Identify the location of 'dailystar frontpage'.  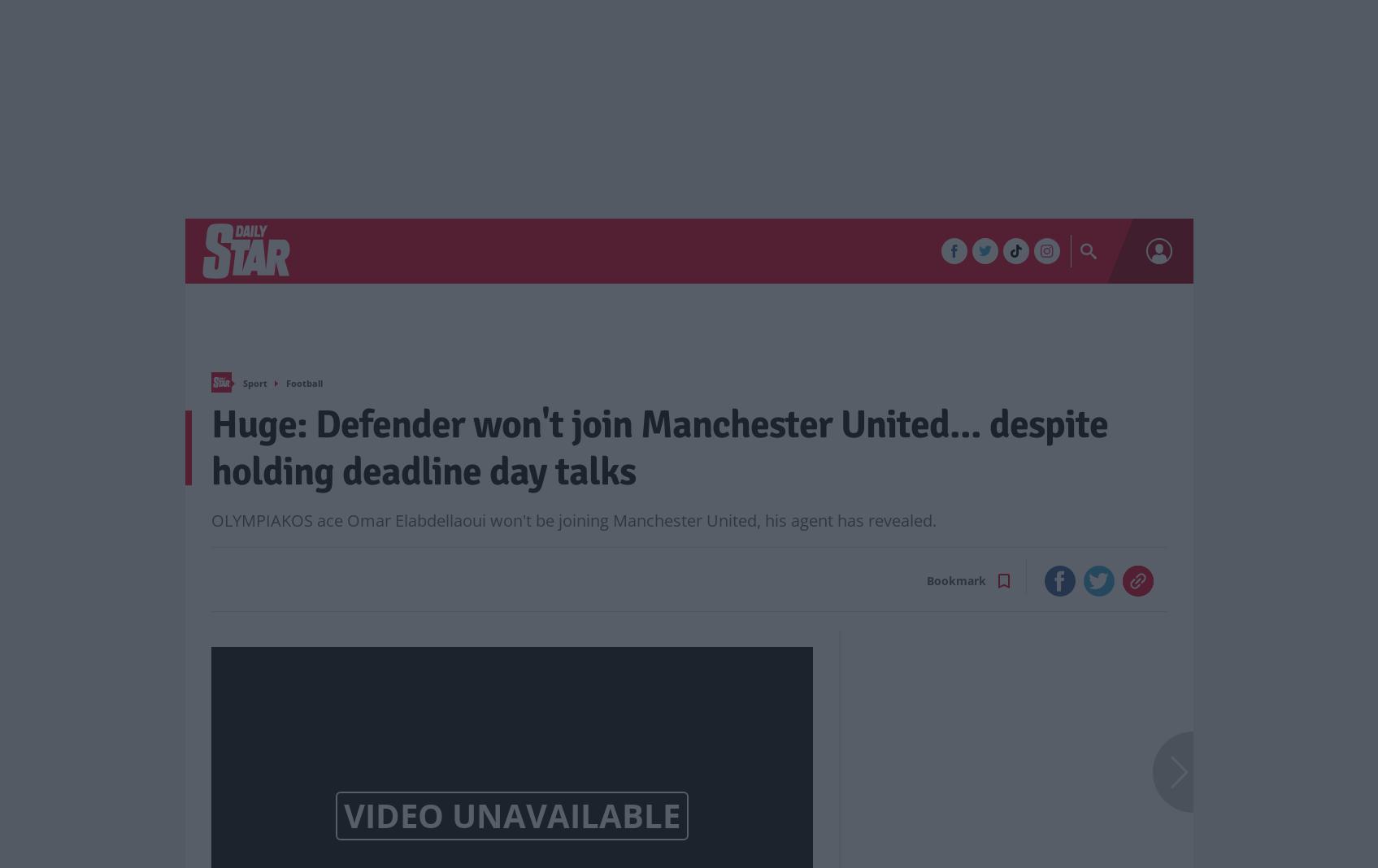
(240, 380).